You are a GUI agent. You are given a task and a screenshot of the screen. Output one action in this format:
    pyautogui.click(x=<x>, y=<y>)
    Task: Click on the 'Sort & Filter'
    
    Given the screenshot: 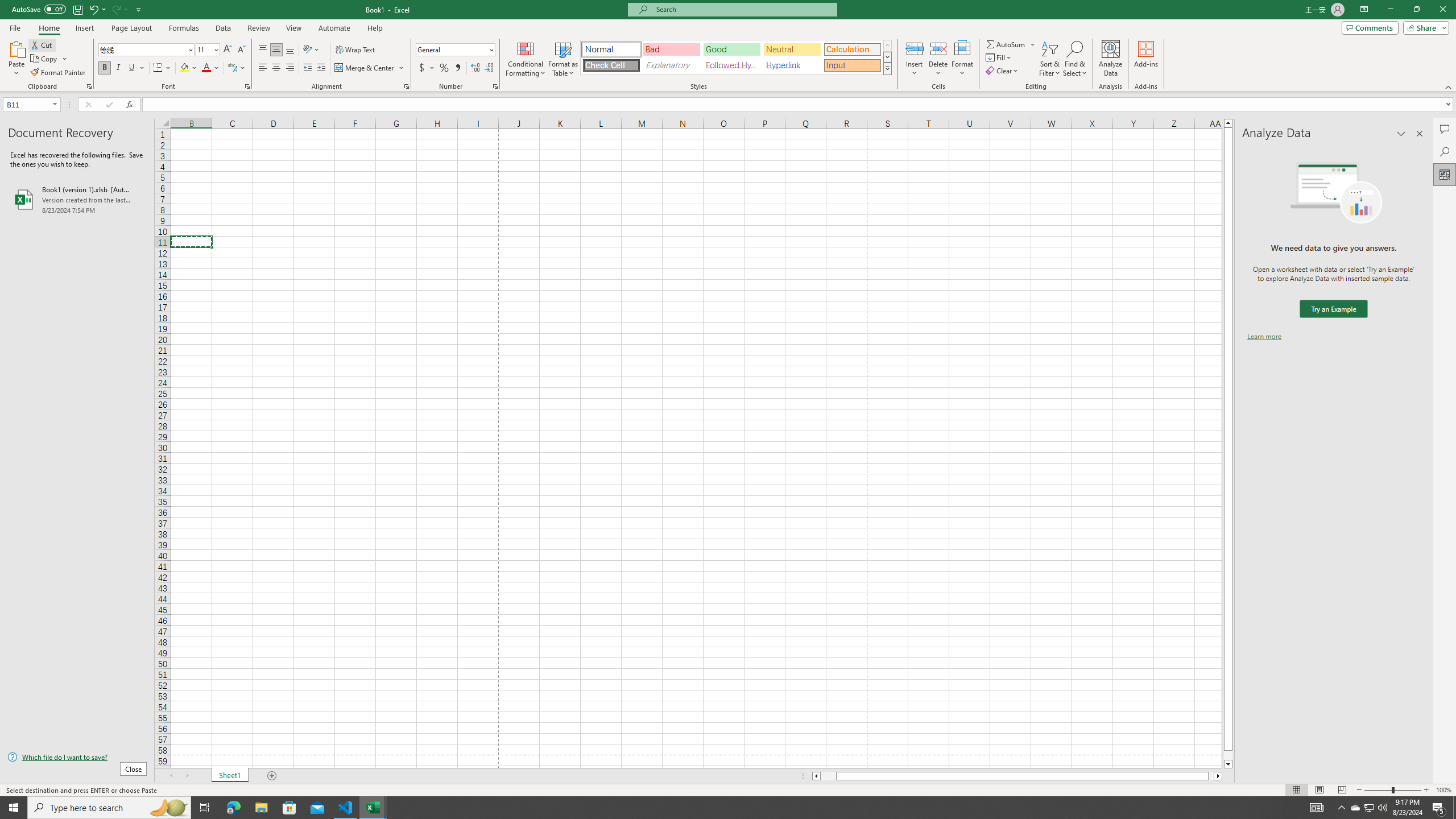 What is the action you would take?
    pyautogui.click(x=1049, y=59)
    